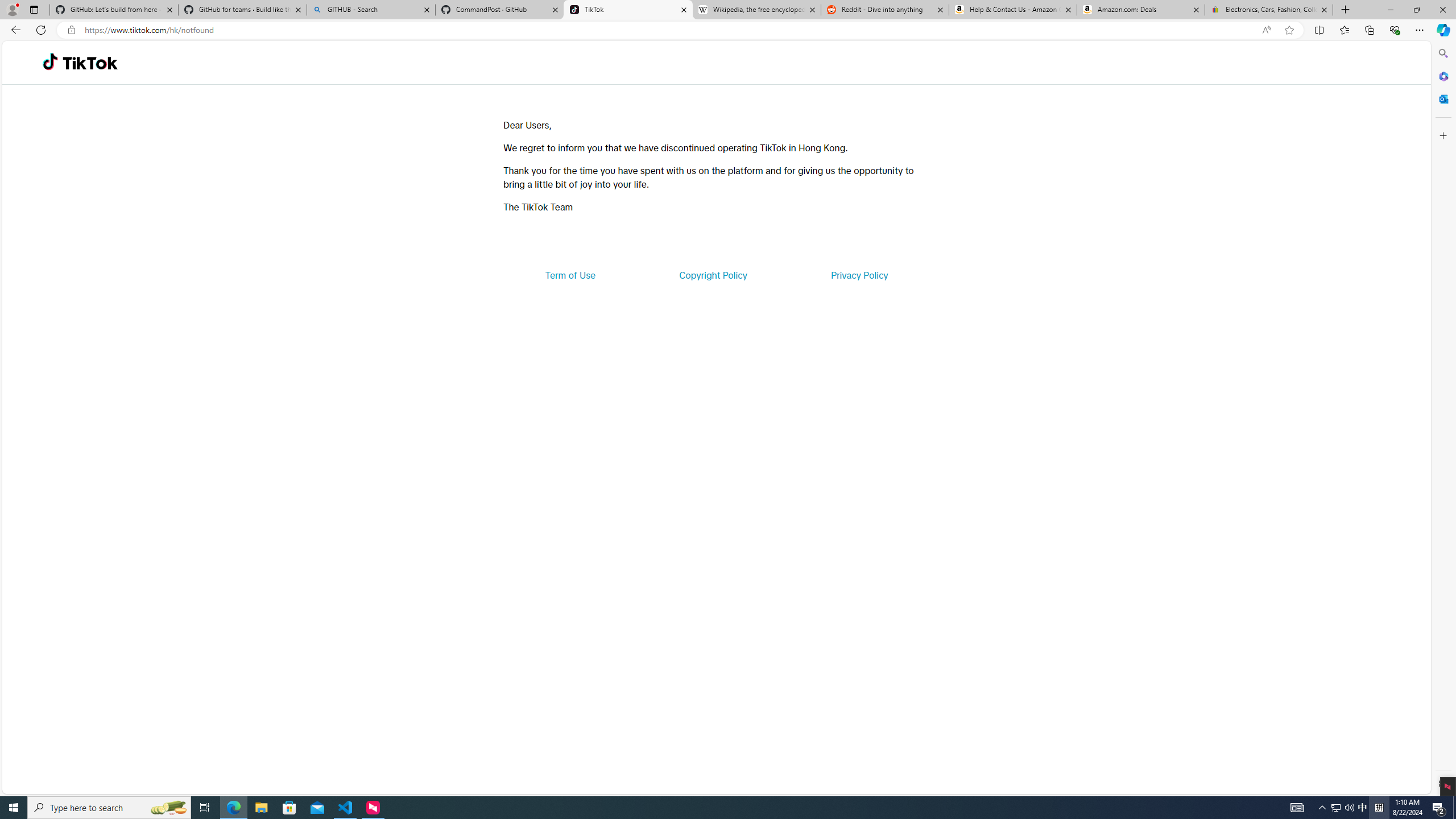 This screenshot has width=1456, height=819. I want to click on 'Side bar', so click(1443, 418).